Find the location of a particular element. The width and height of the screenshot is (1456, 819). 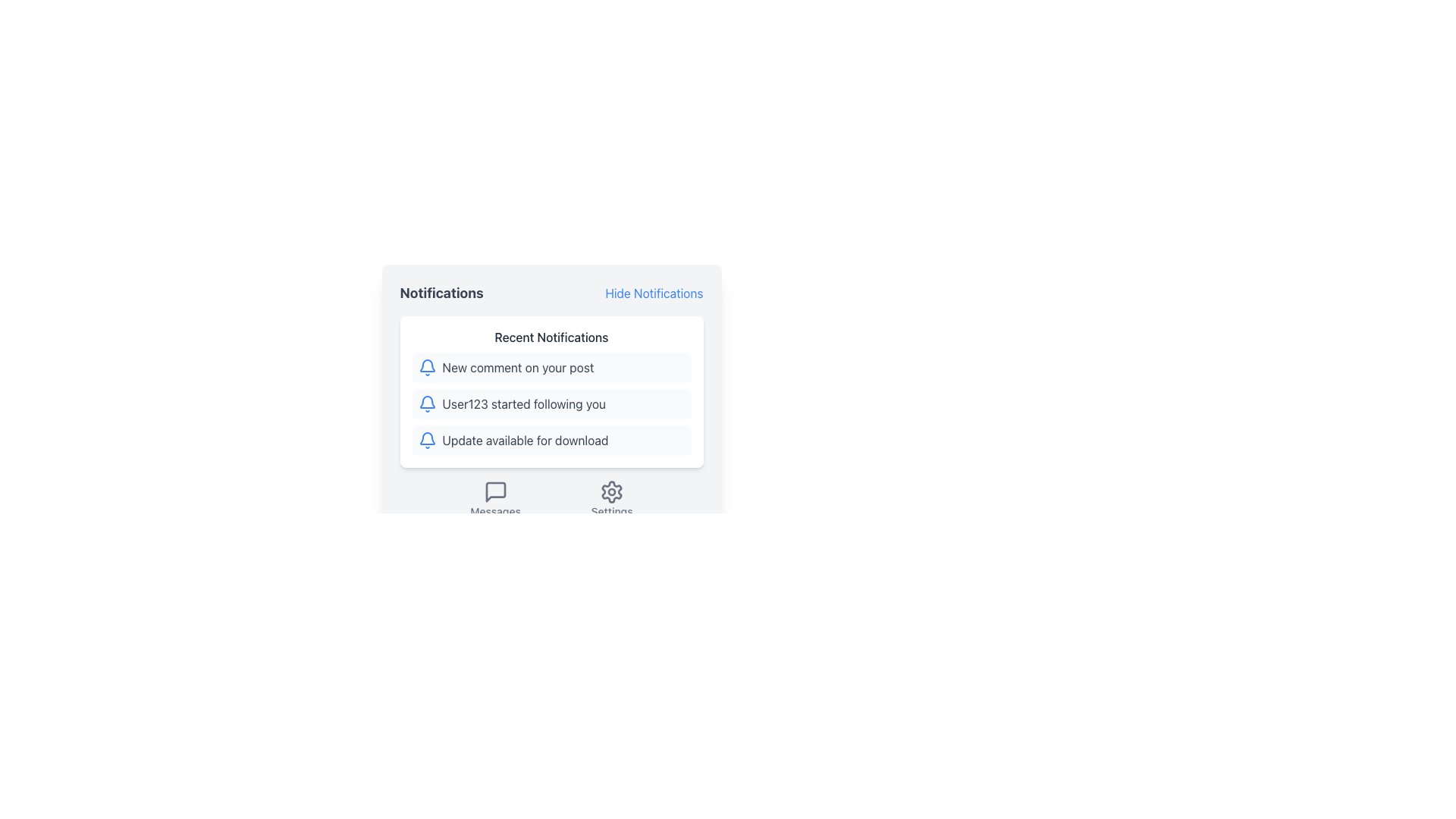

the text label that says 'Update available for download' within the notification panel, which is styled in dark gray and is the third item in the list is located at coordinates (525, 441).